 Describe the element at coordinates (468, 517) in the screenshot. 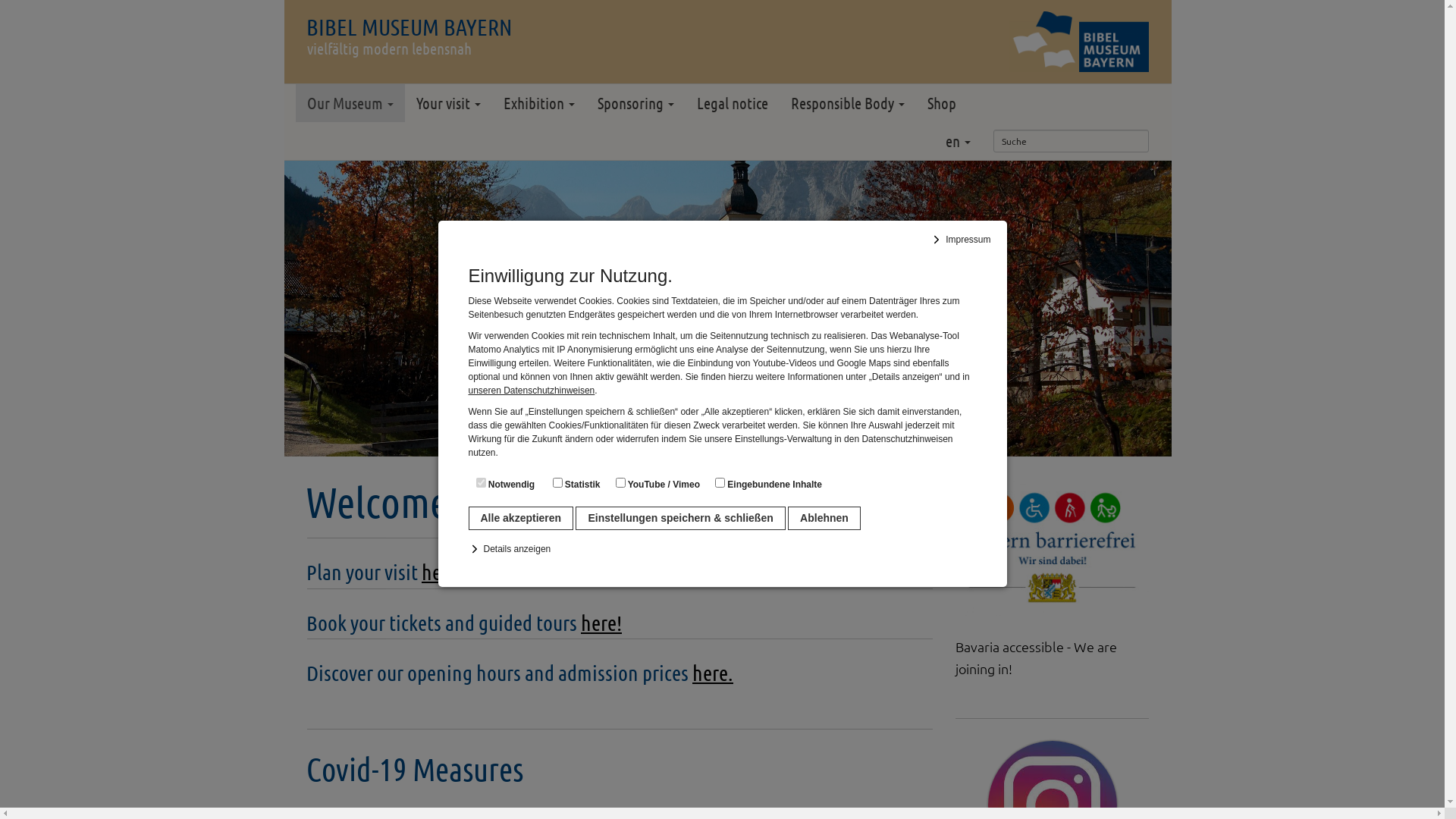

I see `'Alle akzeptieren'` at that location.